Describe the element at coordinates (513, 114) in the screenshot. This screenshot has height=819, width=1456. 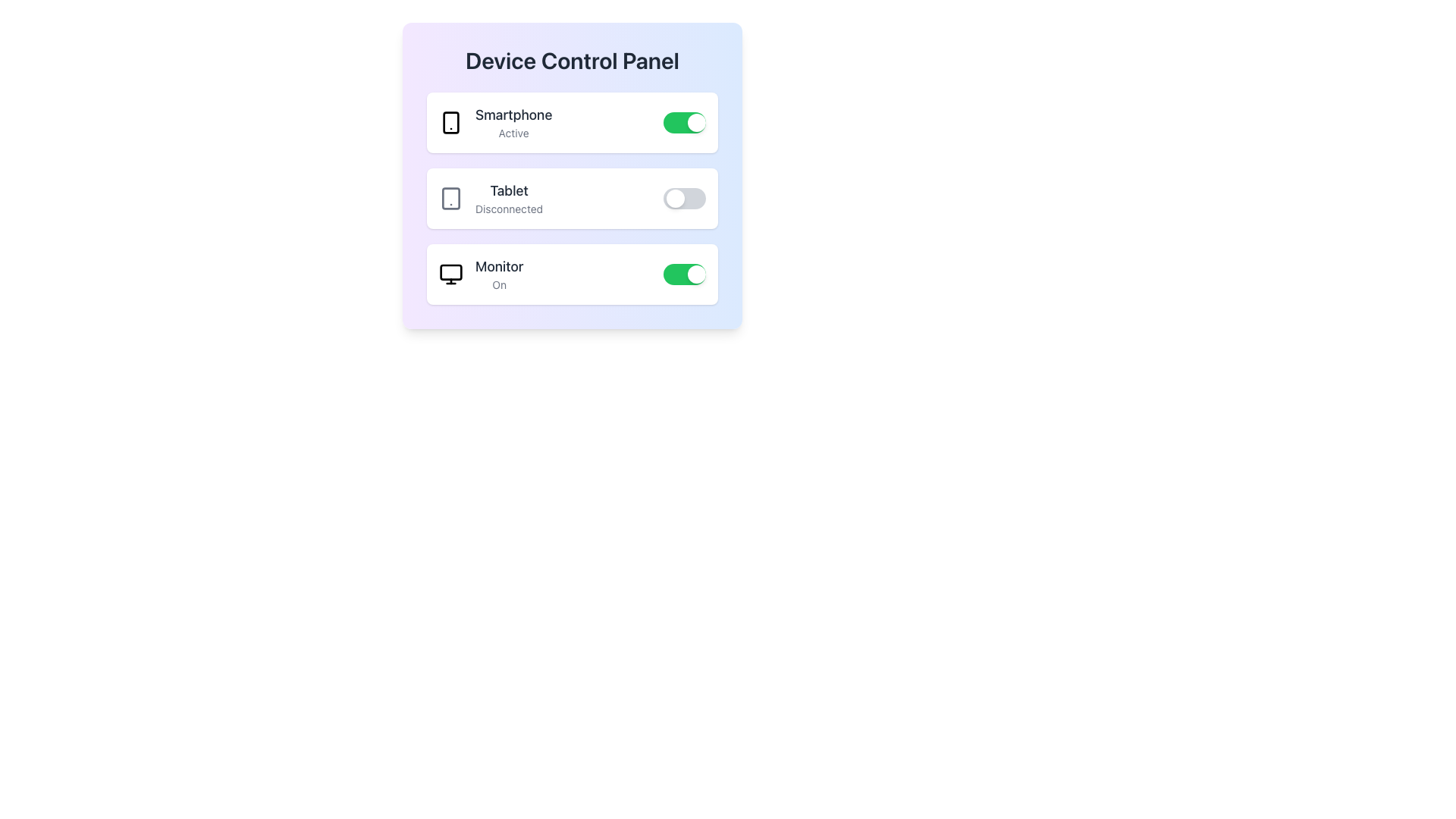
I see `the Text label that identifies the corresponding device in the Device Control Panel, located above the 'Active' text, with a smartphone icon on the left and a toggle switch on the right` at that location.